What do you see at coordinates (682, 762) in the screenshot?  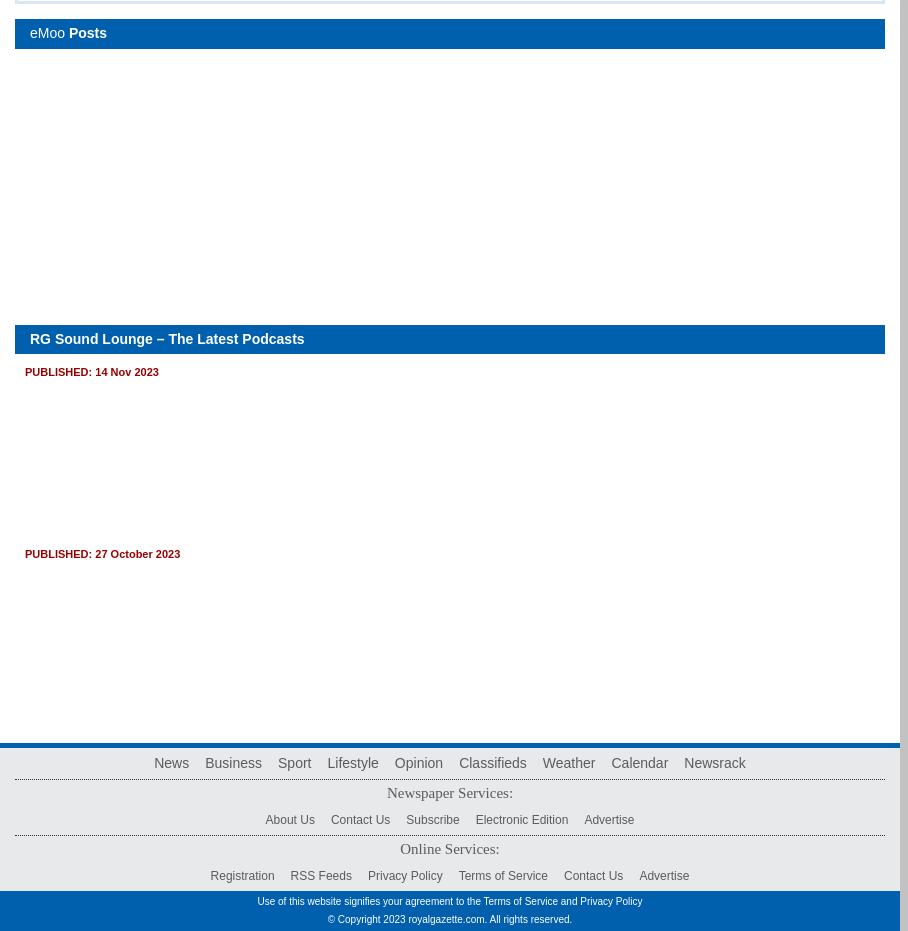 I see `'Newsrack'` at bounding box center [682, 762].